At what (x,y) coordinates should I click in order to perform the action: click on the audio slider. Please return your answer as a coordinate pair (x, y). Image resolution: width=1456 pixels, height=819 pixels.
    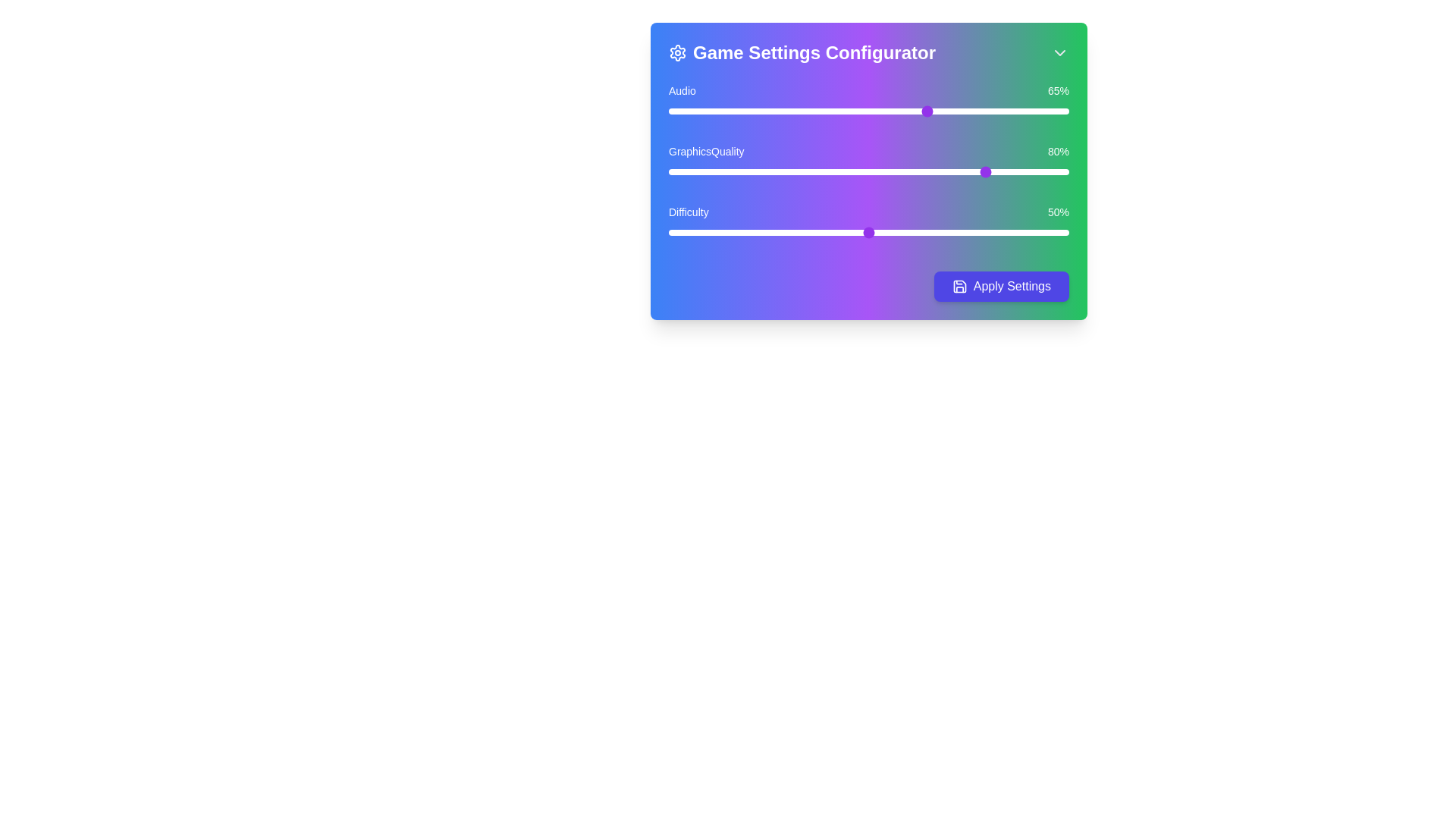
    Looking at the image, I should click on (804, 110).